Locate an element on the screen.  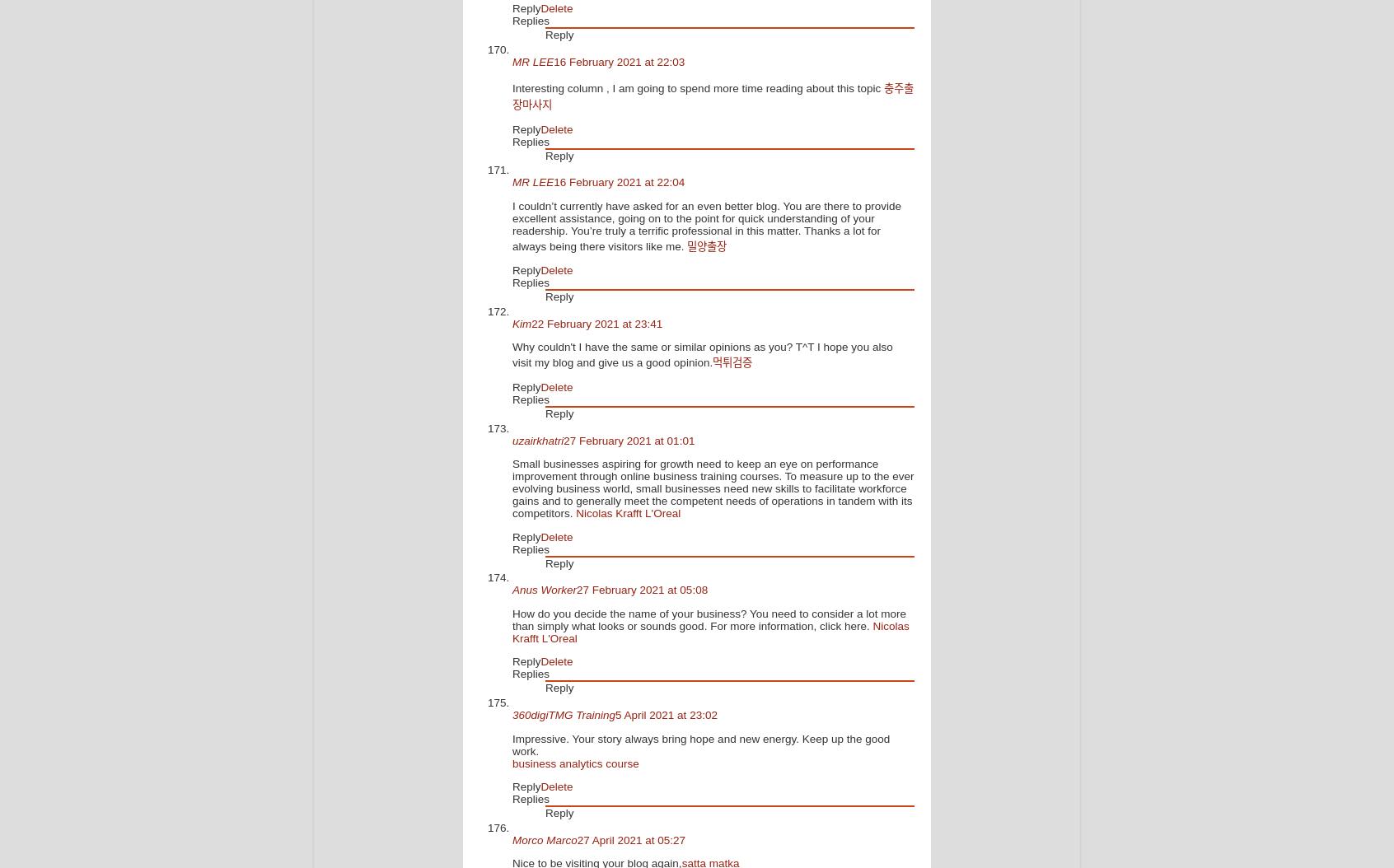
'27 February 2021 at 05:08' is located at coordinates (642, 589).